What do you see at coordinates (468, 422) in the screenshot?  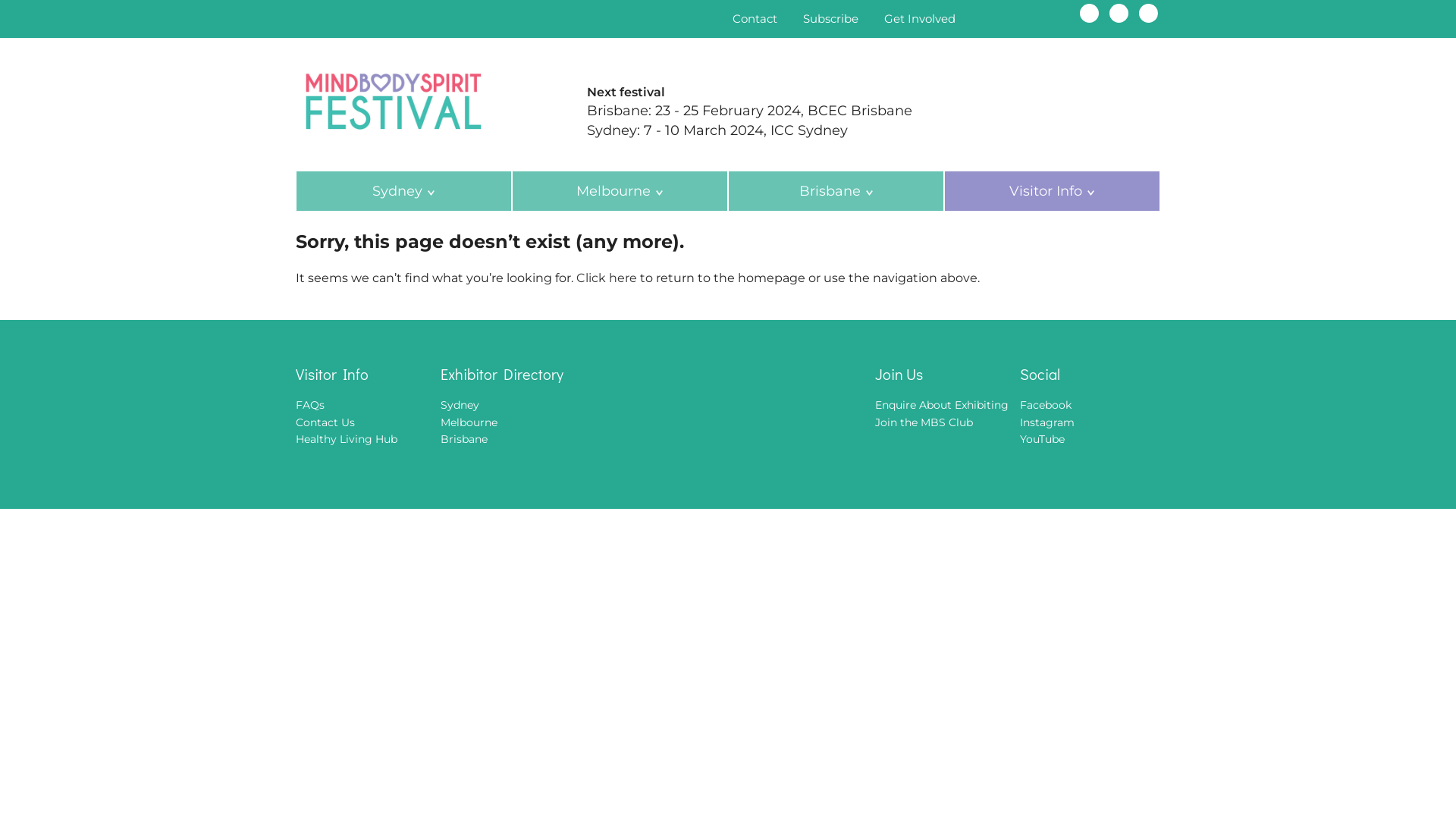 I see `'Melbourne'` at bounding box center [468, 422].